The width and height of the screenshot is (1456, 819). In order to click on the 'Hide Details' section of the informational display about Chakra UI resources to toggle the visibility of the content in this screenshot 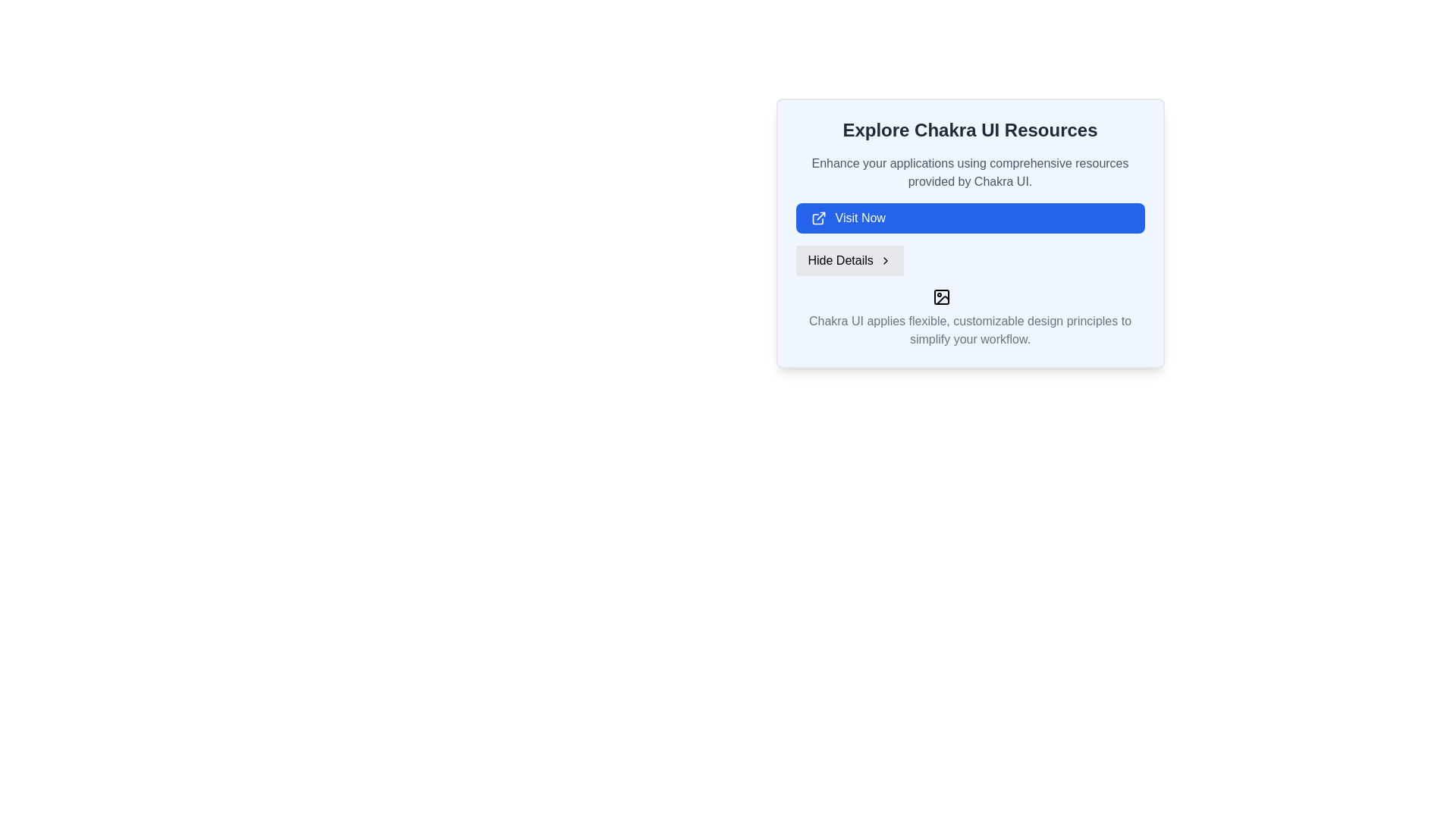, I will do `click(969, 250)`.